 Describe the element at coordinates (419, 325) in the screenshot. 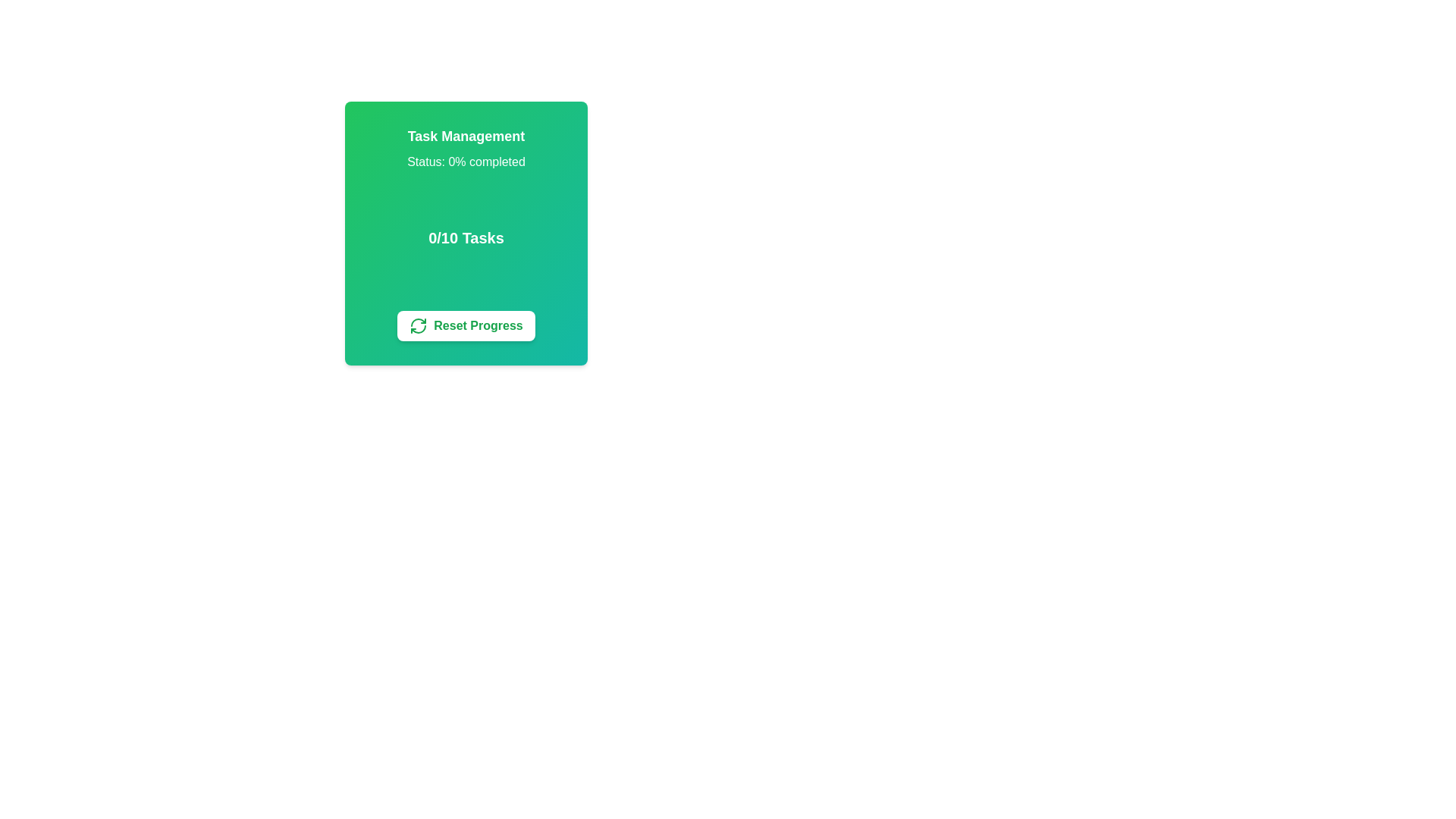

I see `the circular arrow icon representing the reset action, located above the 'Reset Progress' button in the task management card` at that location.